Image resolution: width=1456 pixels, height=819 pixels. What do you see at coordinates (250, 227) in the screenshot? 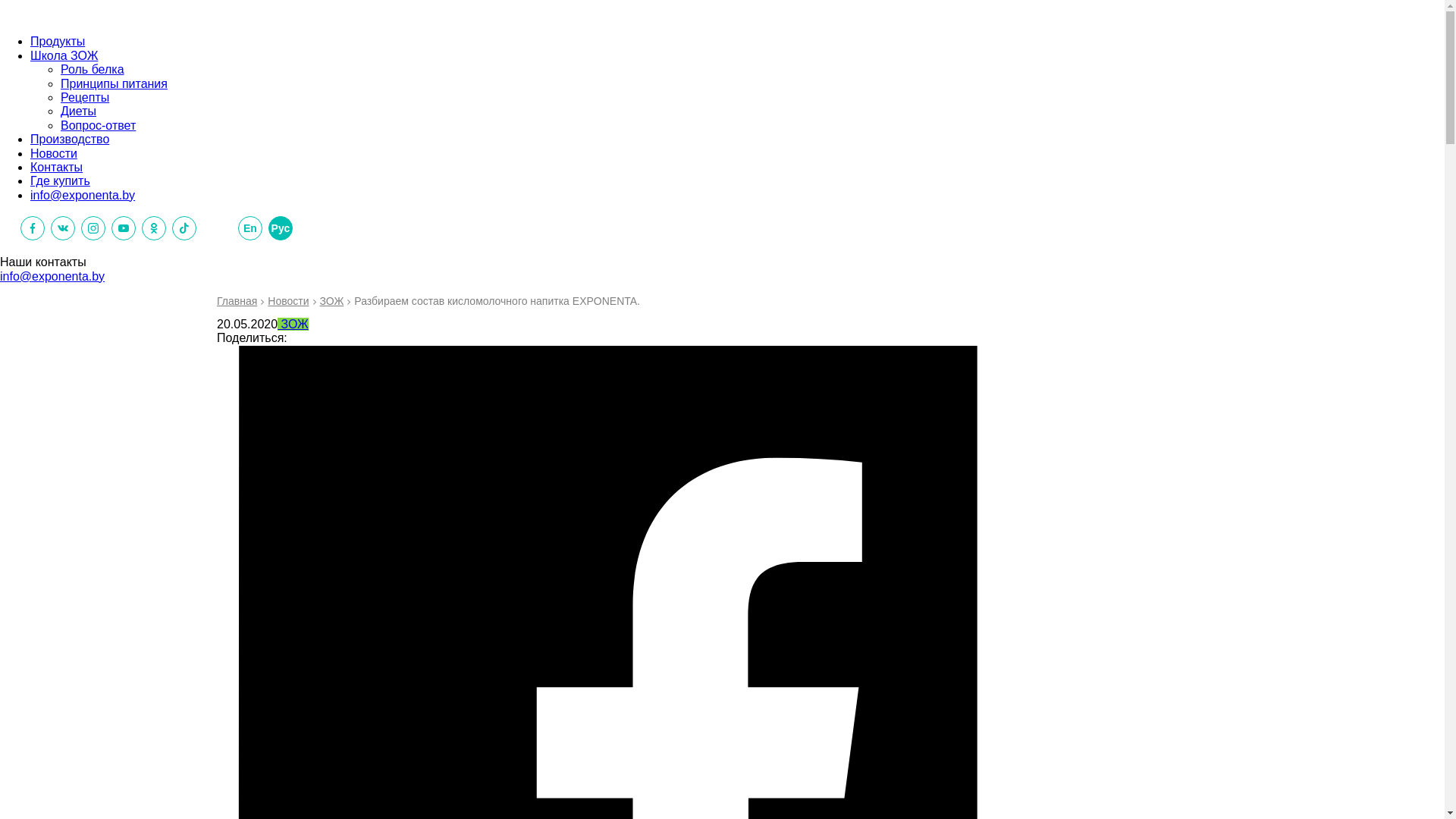
I see `'En'` at bounding box center [250, 227].